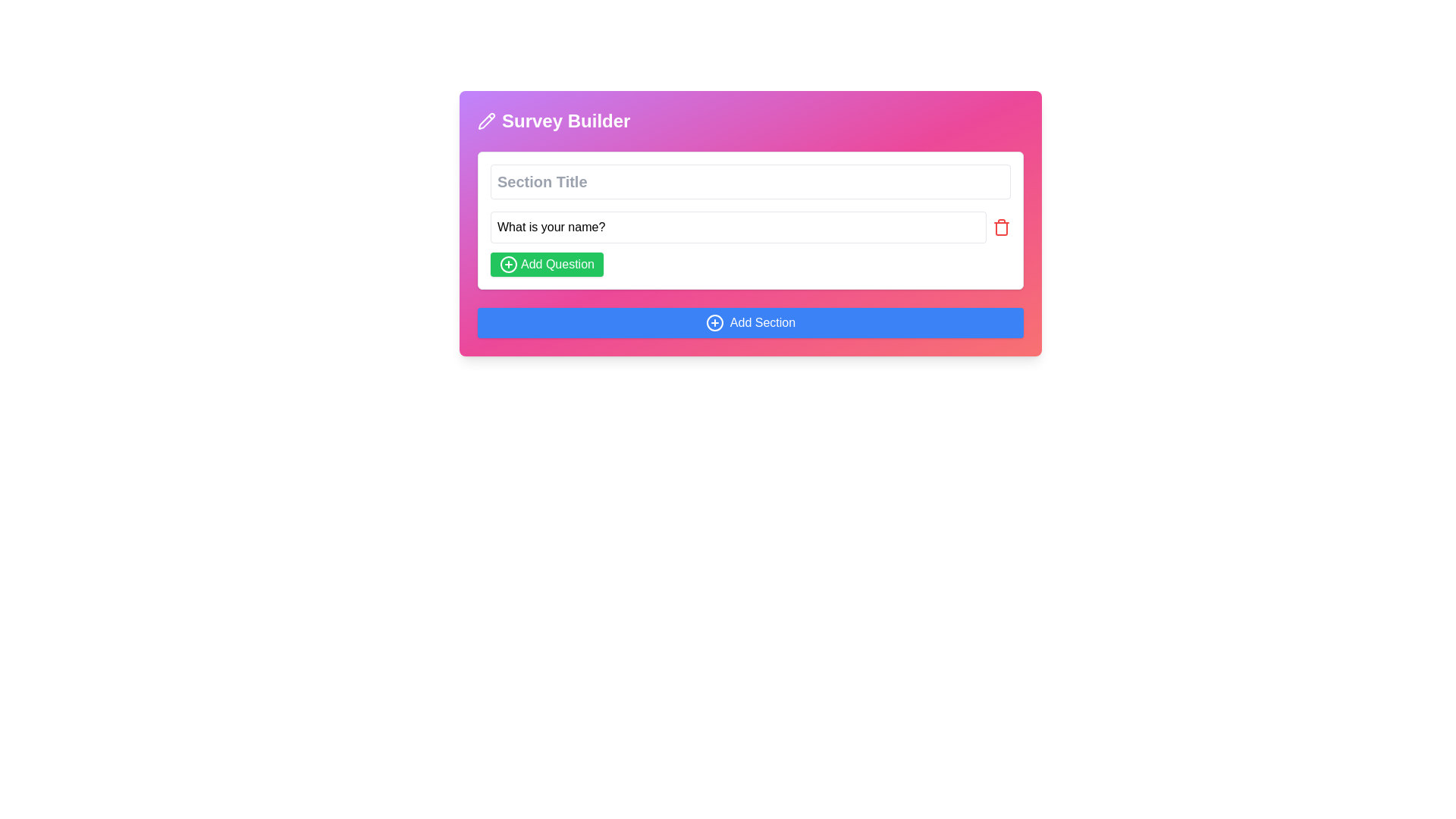 Image resolution: width=1456 pixels, height=819 pixels. I want to click on the red trash can icon button located to the right of the input field labeled 'What is your name?' to initiate the delete action, so click(1001, 227).